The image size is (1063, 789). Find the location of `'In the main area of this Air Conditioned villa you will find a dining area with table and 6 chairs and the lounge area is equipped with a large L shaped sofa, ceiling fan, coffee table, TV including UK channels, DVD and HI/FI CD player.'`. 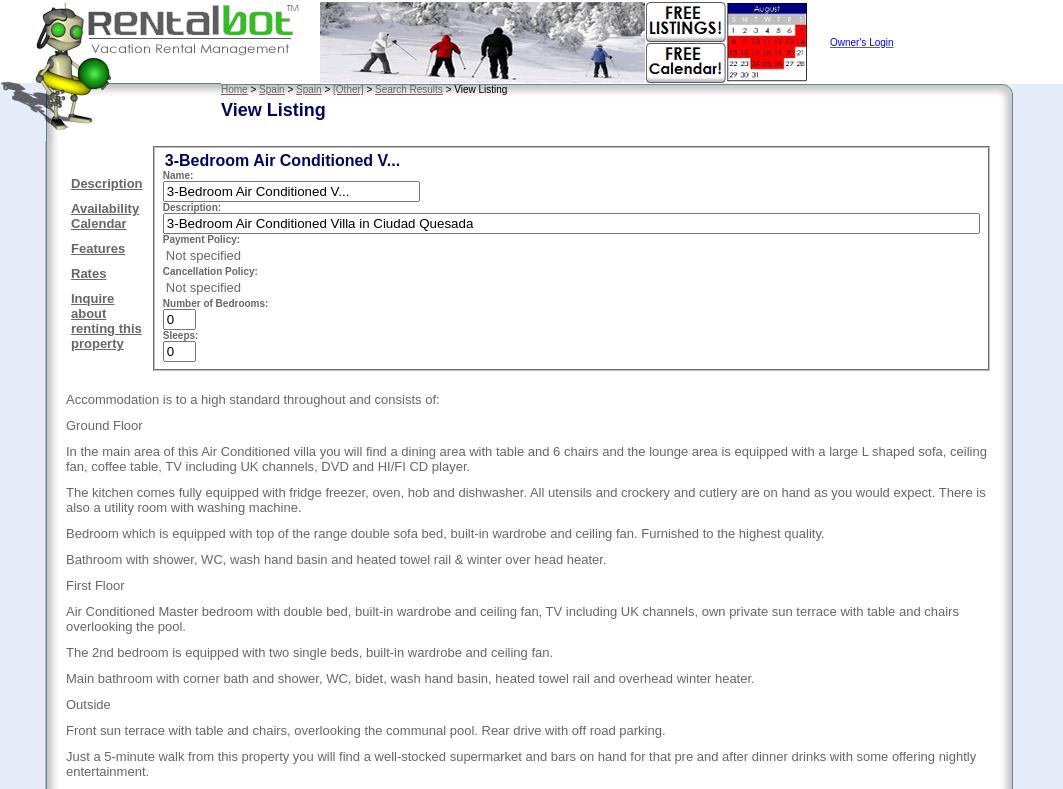

'In the main area of this Air Conditioned villa you will find a dining area with table and 6 chairs and the lounge area is equipped with a large L shaped sofa, ceiling fan, coffee table, TV including UK channels, DVD and HI/FI CD player.' is located at coordinates (525, 458).